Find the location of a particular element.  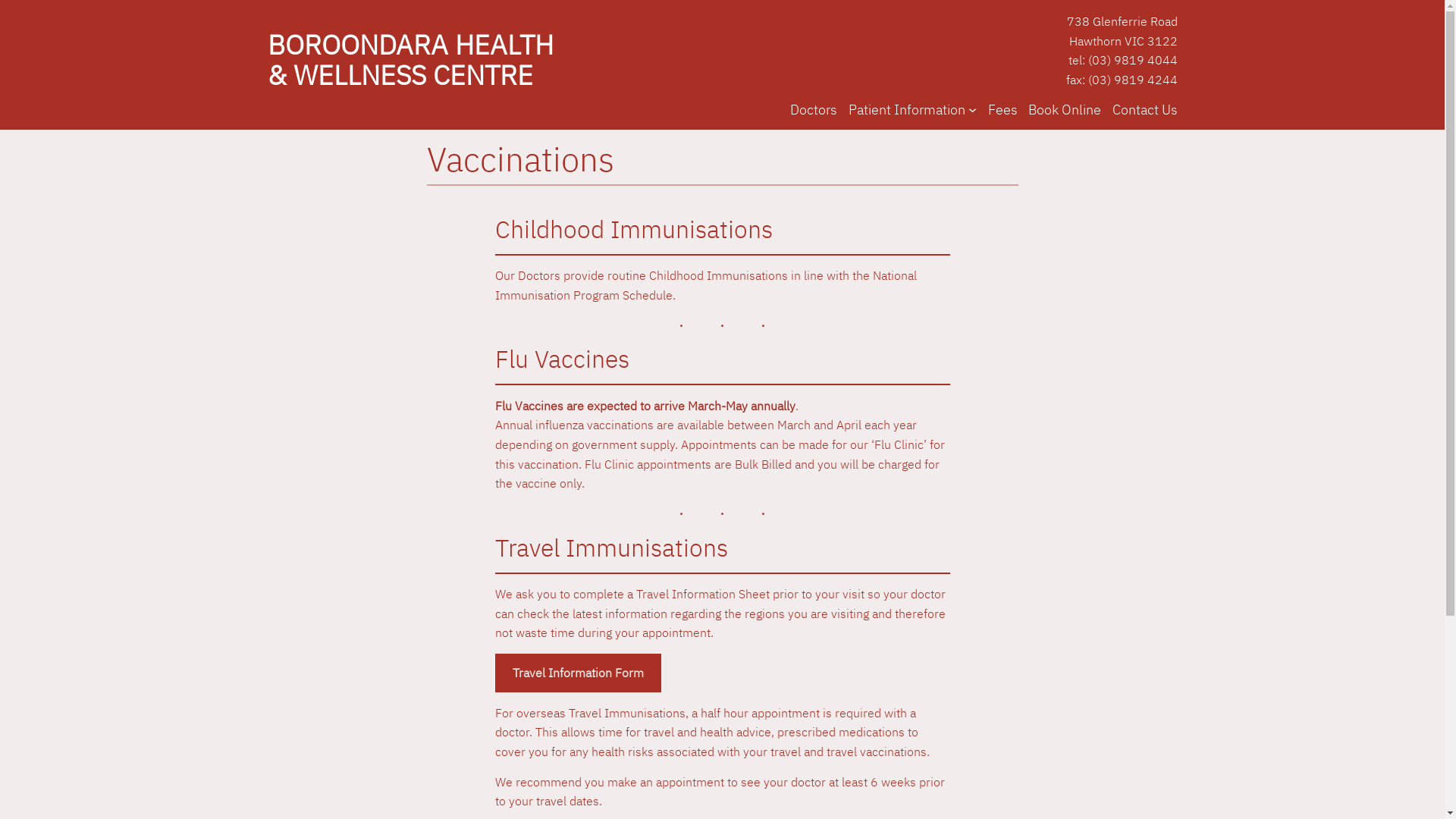

'Book Online' is located at coordinates (1063, 108).